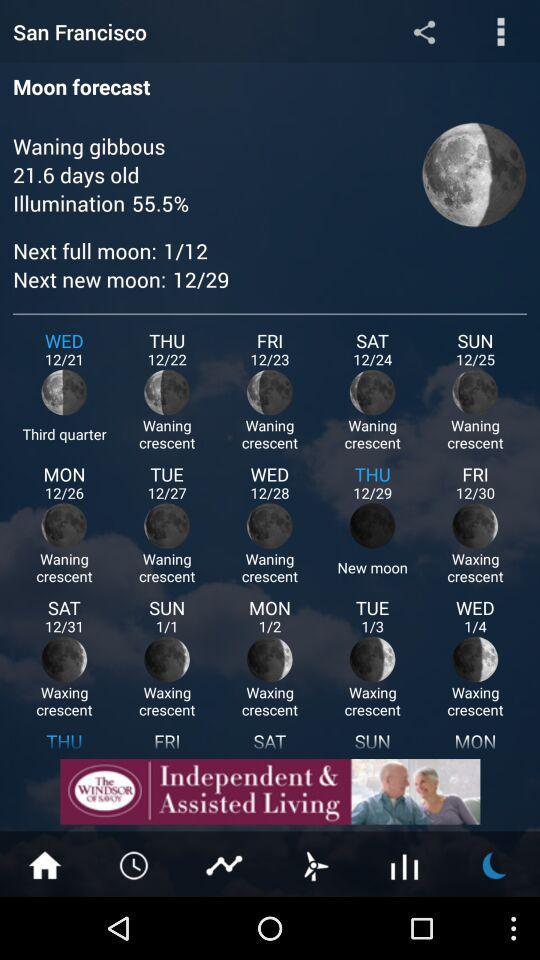 The image size is (540, 960). I want to click on share option, so click(423, 30).